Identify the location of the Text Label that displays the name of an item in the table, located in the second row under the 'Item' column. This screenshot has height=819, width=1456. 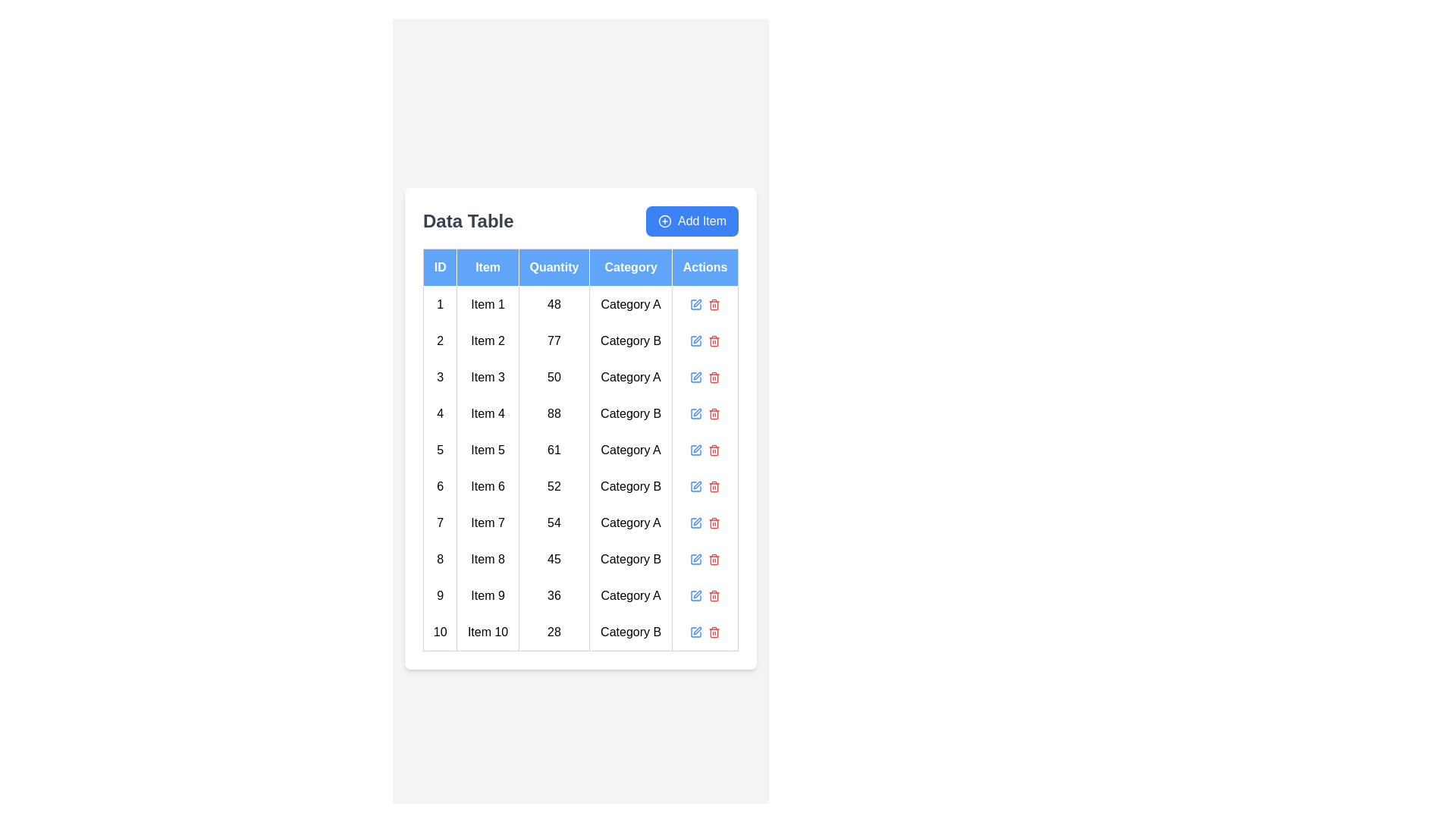
(488, 340).